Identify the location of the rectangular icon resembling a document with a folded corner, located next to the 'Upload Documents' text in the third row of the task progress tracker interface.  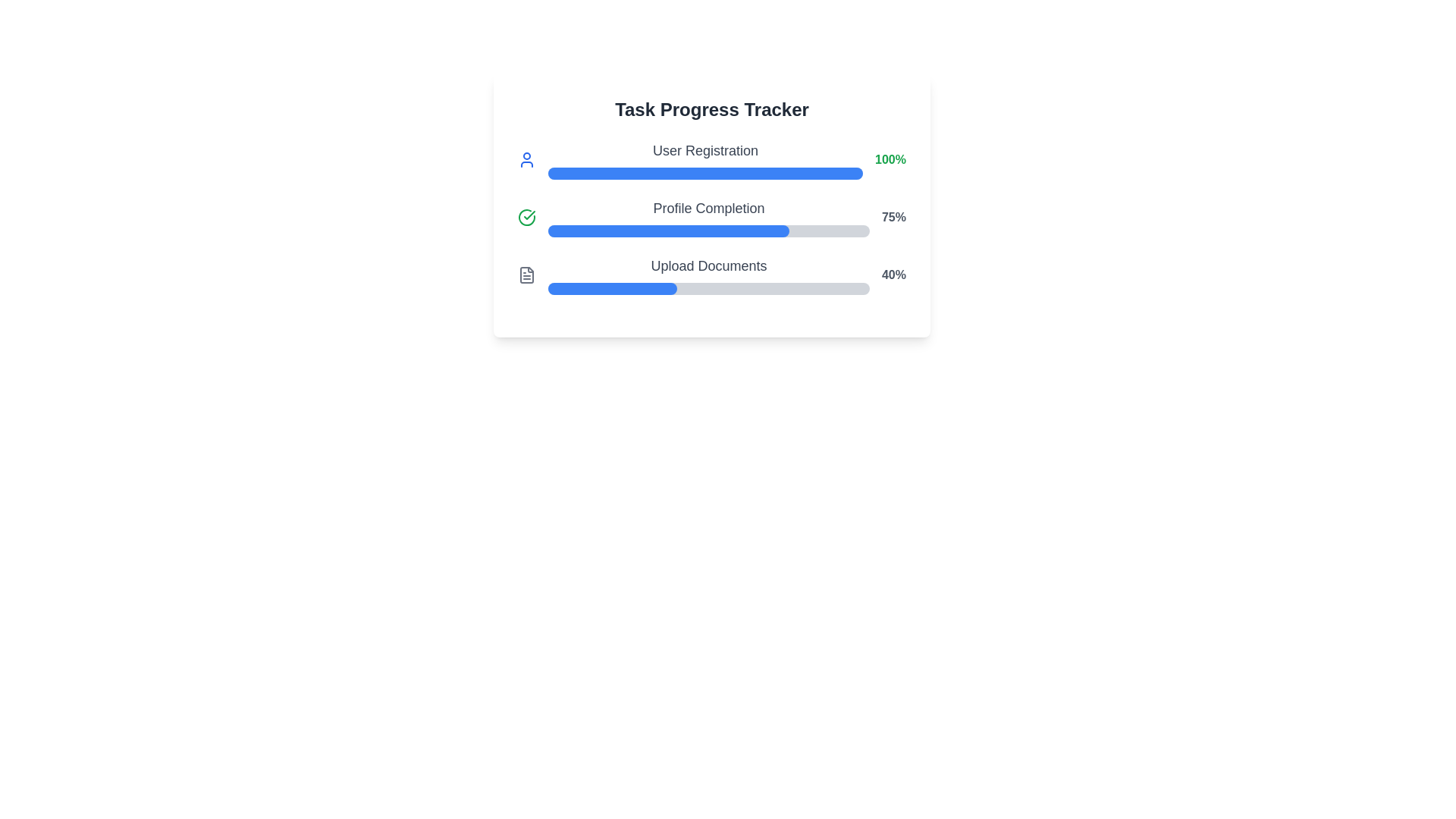
(527, 275).